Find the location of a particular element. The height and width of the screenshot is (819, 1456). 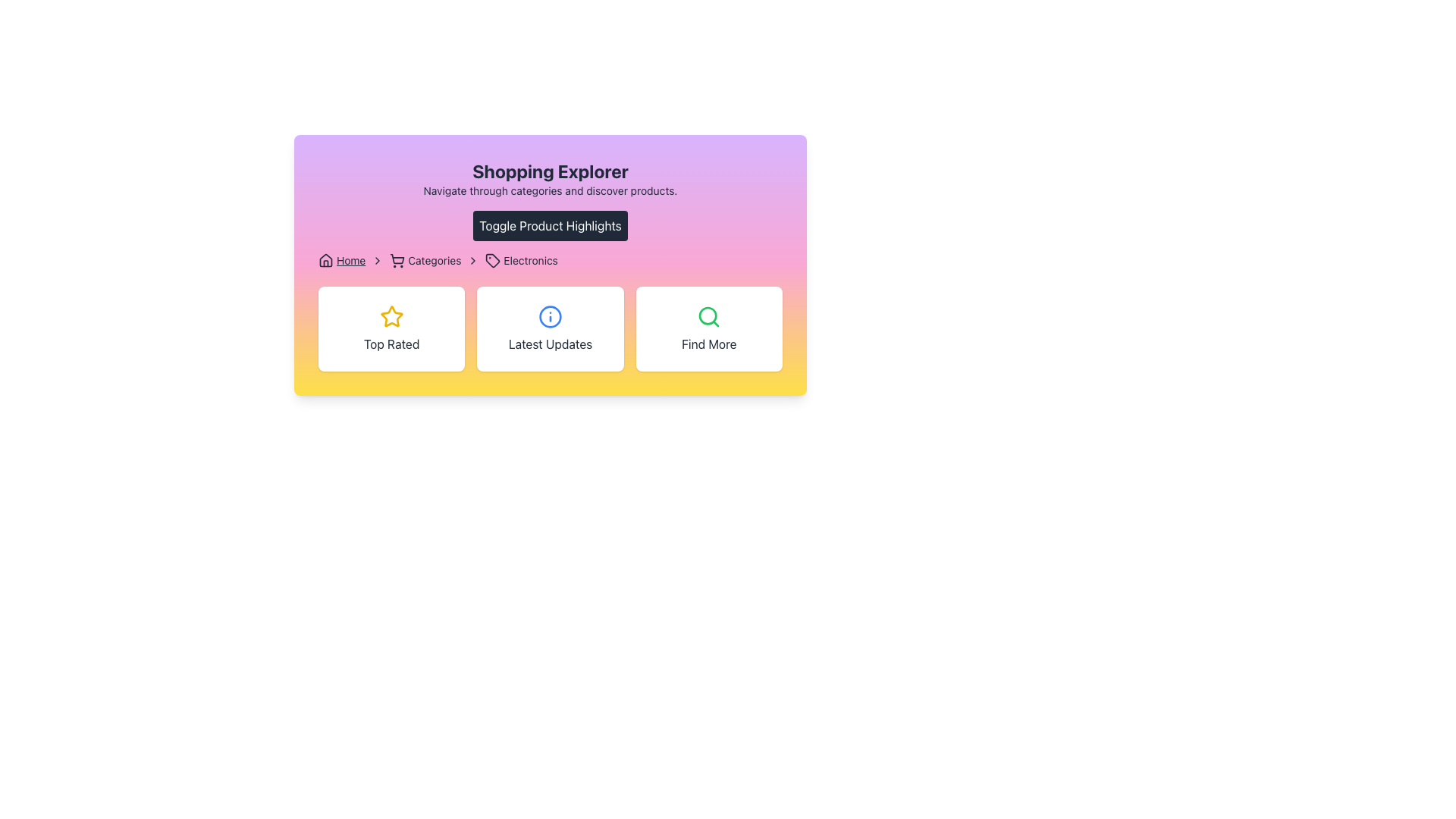

the central part of the shopping cart icon in the breadcrumb navigation area, which is depicted with a wireframe design style is located at coordinates (397, 258).